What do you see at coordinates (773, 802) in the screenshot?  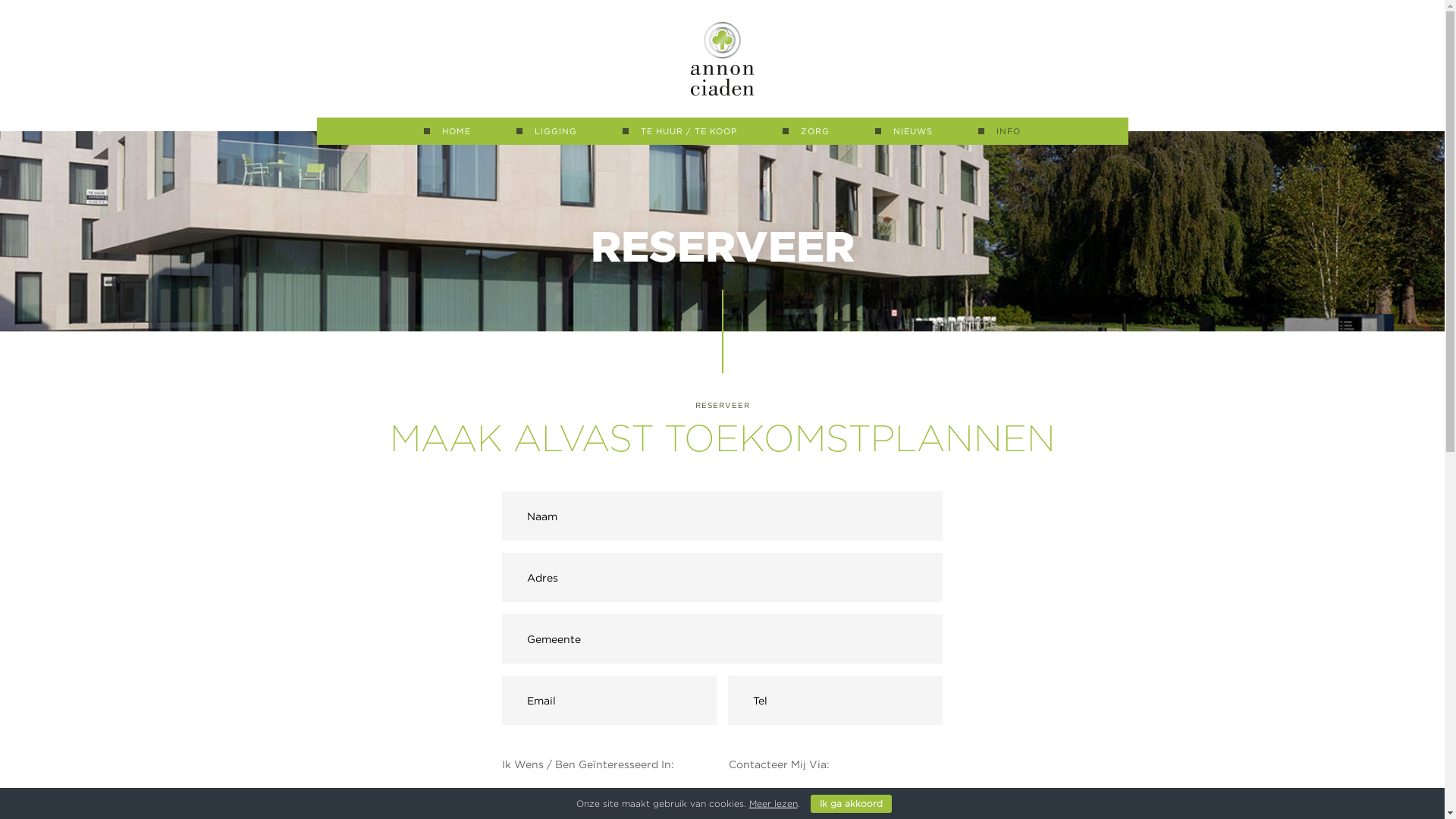 I see `'Meer lezen'` at bounding box center [773, 802].